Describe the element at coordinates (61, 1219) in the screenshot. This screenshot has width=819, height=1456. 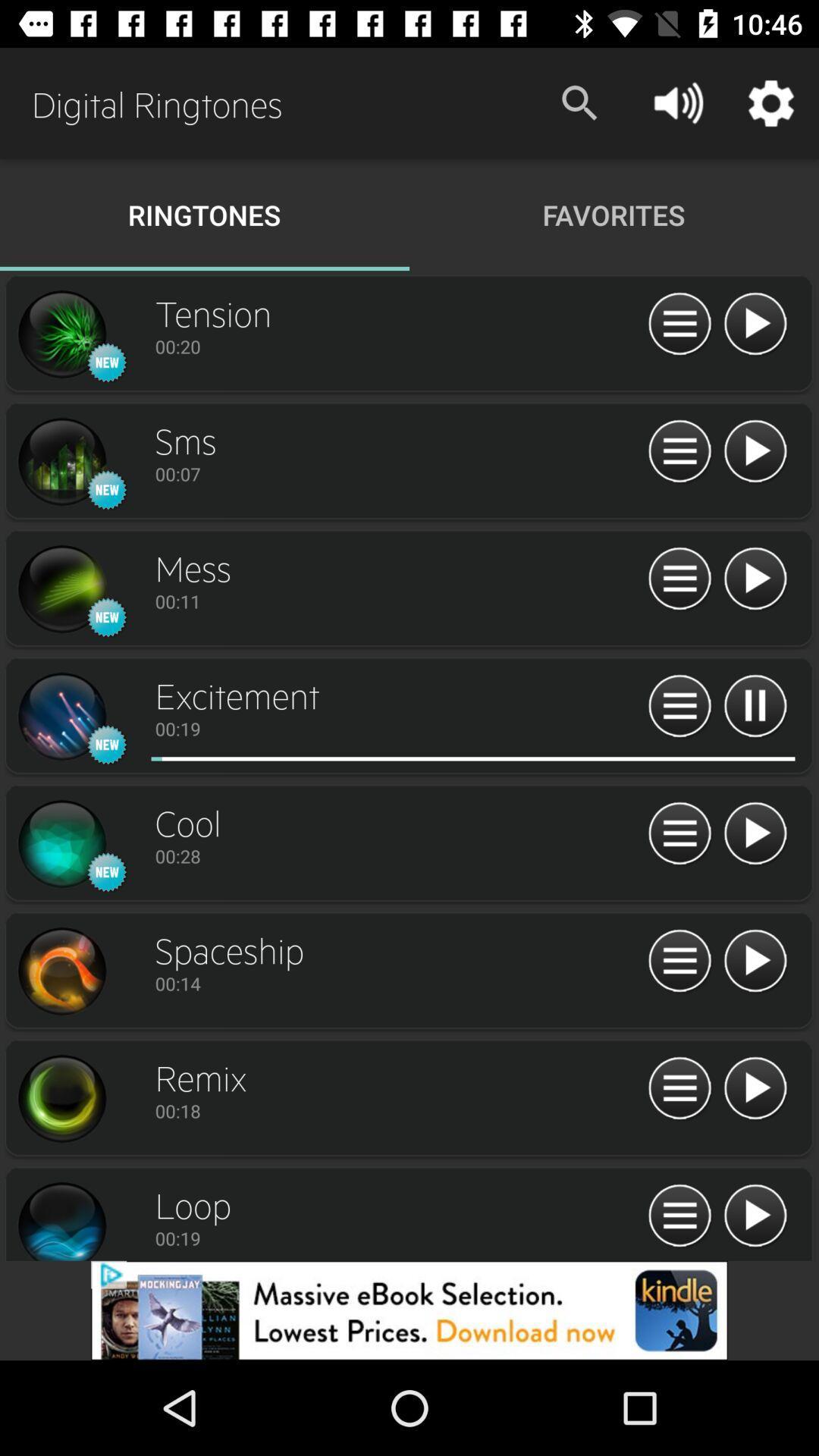
I see `open details for ringtone` at that location.